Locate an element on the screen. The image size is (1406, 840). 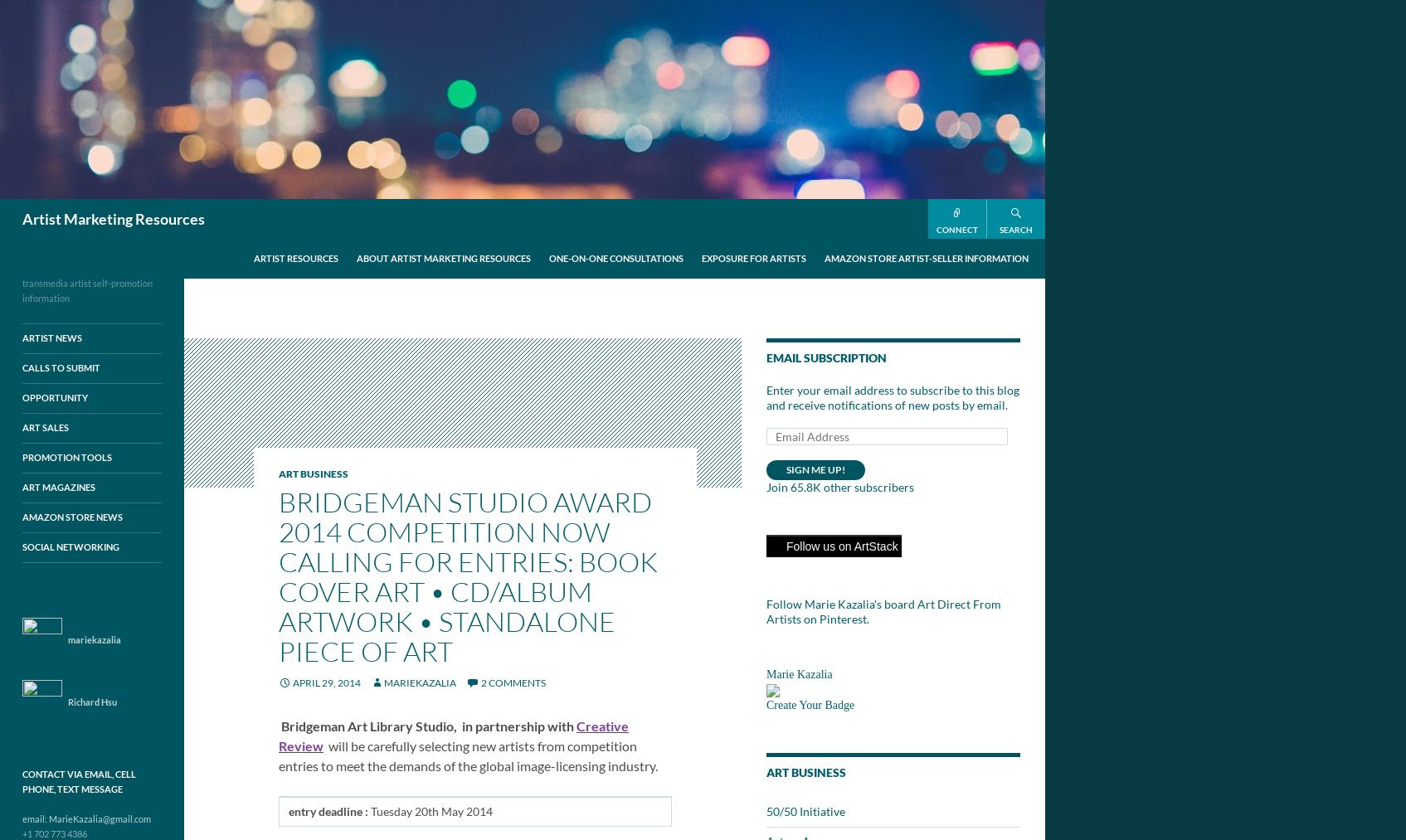
'Bridgeman Art Library Studio,  in partnership with' is located at coordinates (426, 725).